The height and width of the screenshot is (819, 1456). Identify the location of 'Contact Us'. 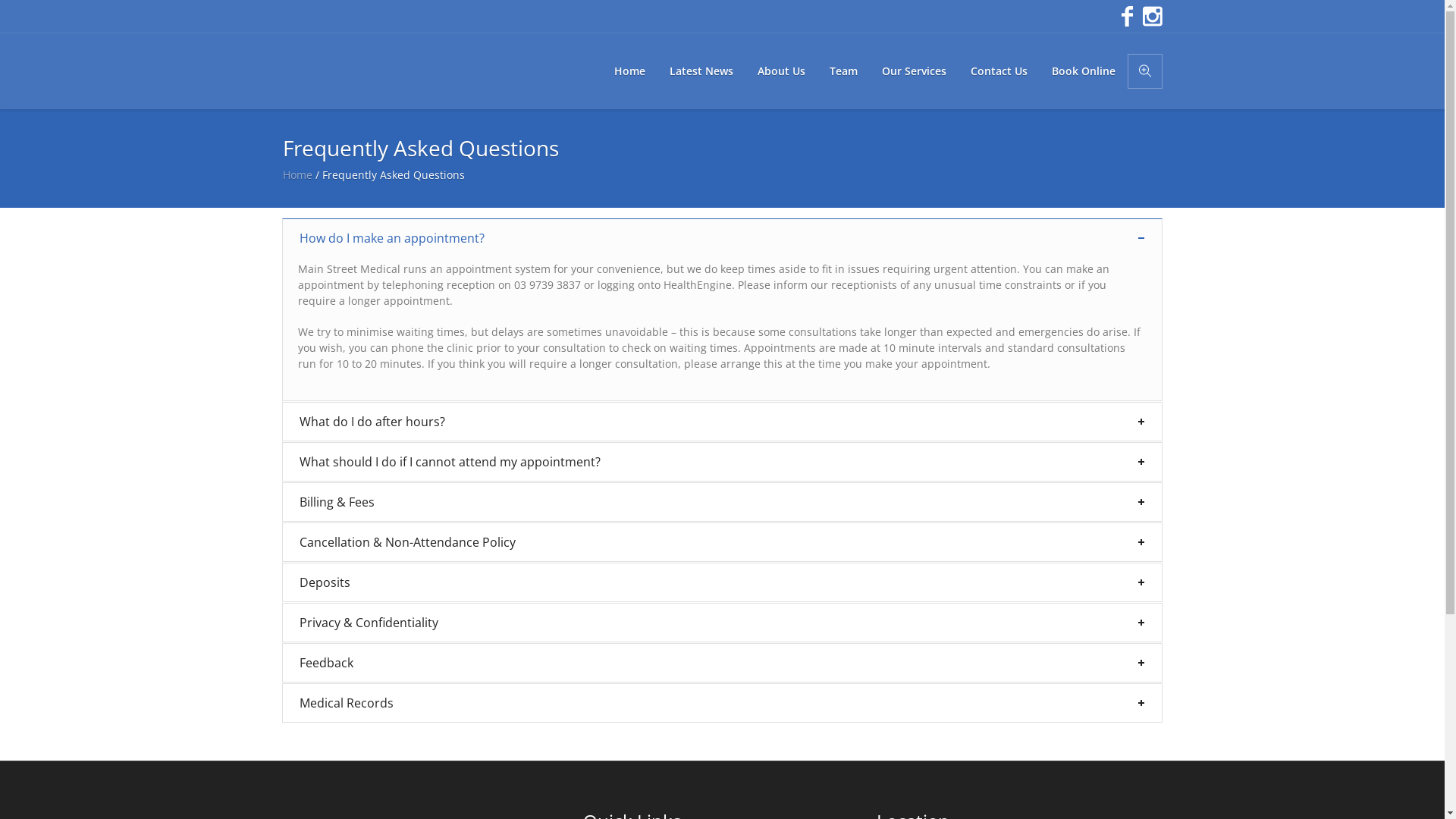
(999, 71).